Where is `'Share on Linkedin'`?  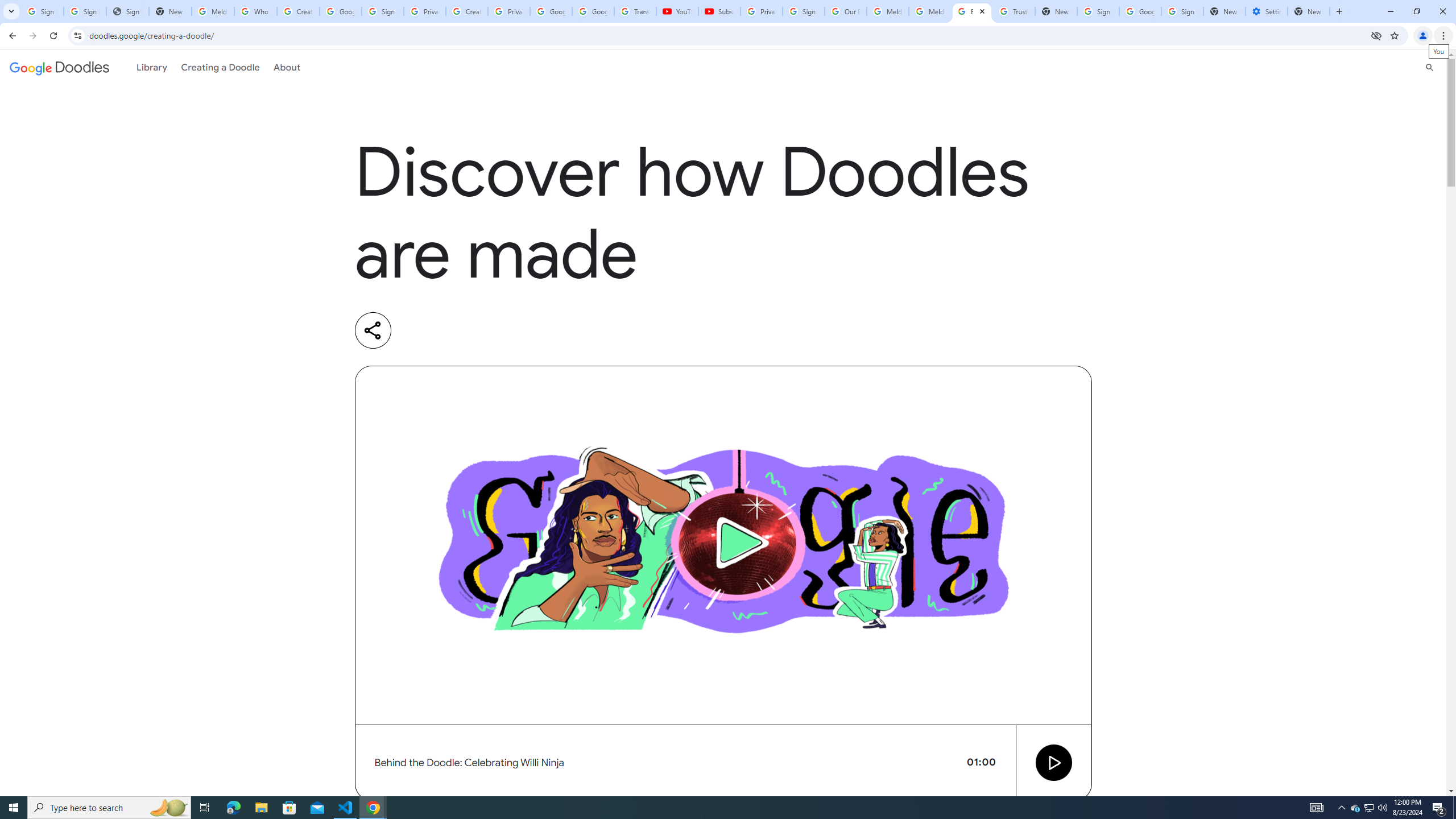 'Share on Linkedin' is located at coordinates (419, 330).